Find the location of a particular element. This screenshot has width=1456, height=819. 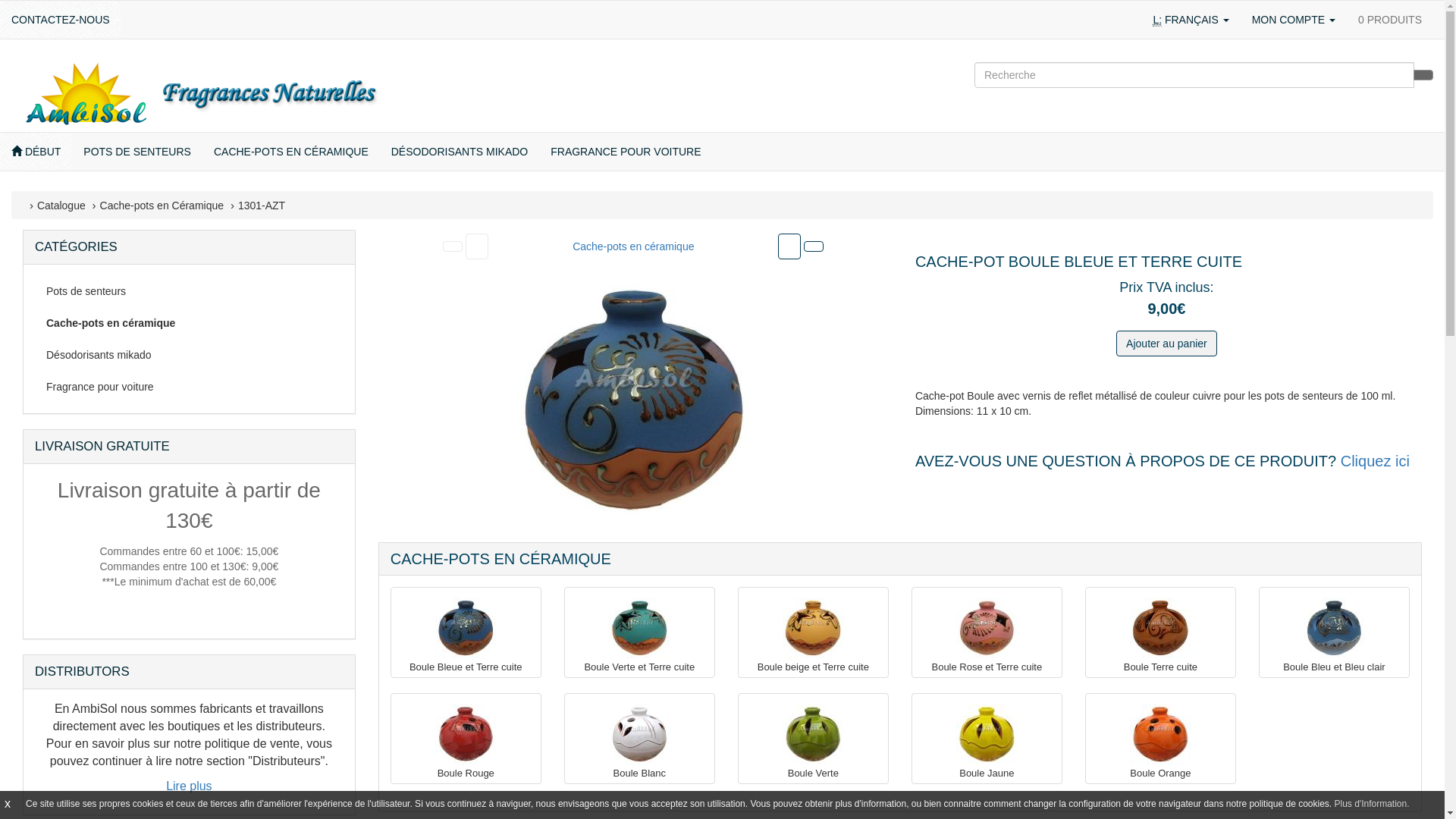

'Cache-pot Boule Bleue et Terre cuite' is located at coordinates (633, 399).